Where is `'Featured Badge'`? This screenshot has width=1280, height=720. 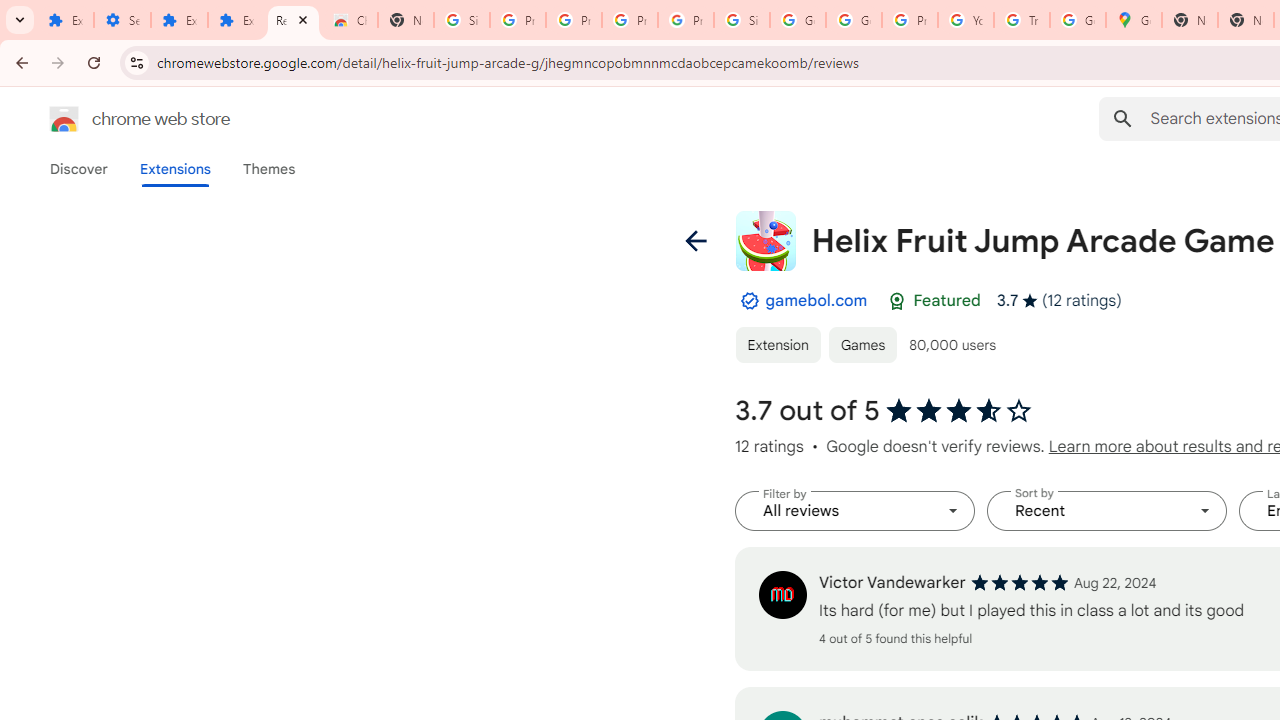
'Featured Badge' is located at coordinates (896, 301).